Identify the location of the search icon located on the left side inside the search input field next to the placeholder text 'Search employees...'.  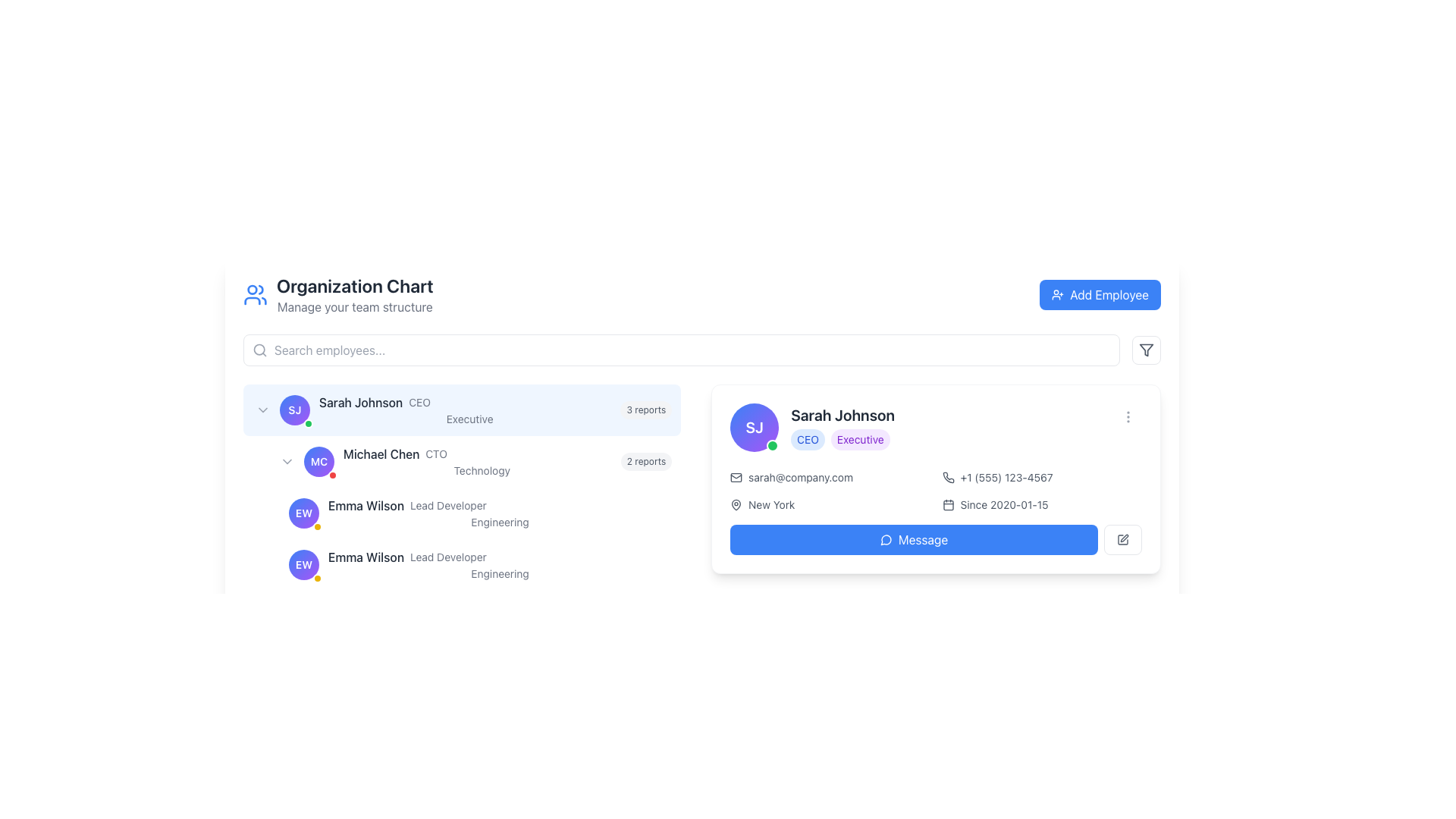
(259, 350).